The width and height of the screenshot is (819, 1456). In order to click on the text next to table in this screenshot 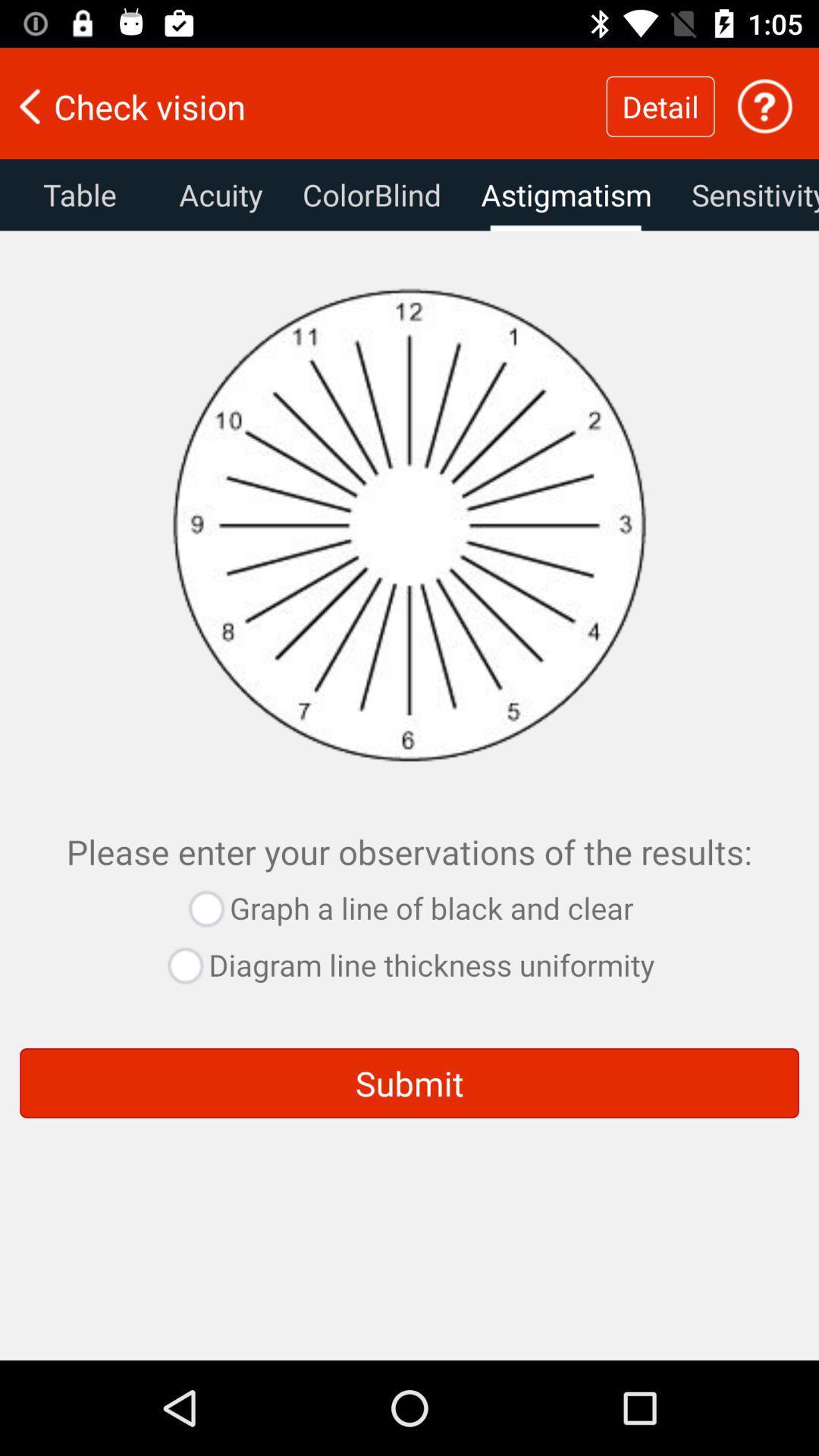, I will do `click(221, 194)`.